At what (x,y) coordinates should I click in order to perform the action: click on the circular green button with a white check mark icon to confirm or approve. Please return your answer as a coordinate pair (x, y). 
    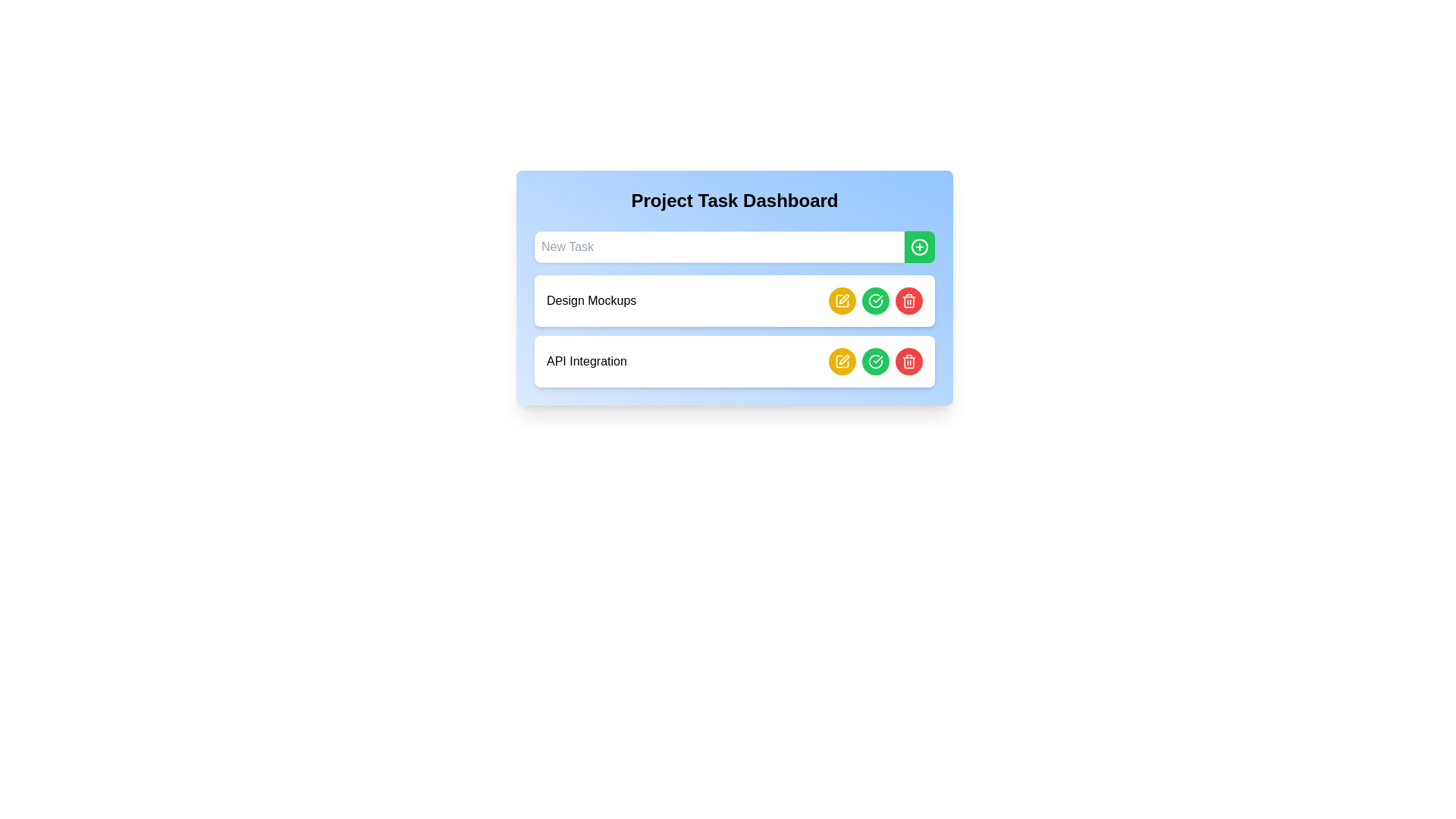
    Looking at the image, I should click on (876, 301).